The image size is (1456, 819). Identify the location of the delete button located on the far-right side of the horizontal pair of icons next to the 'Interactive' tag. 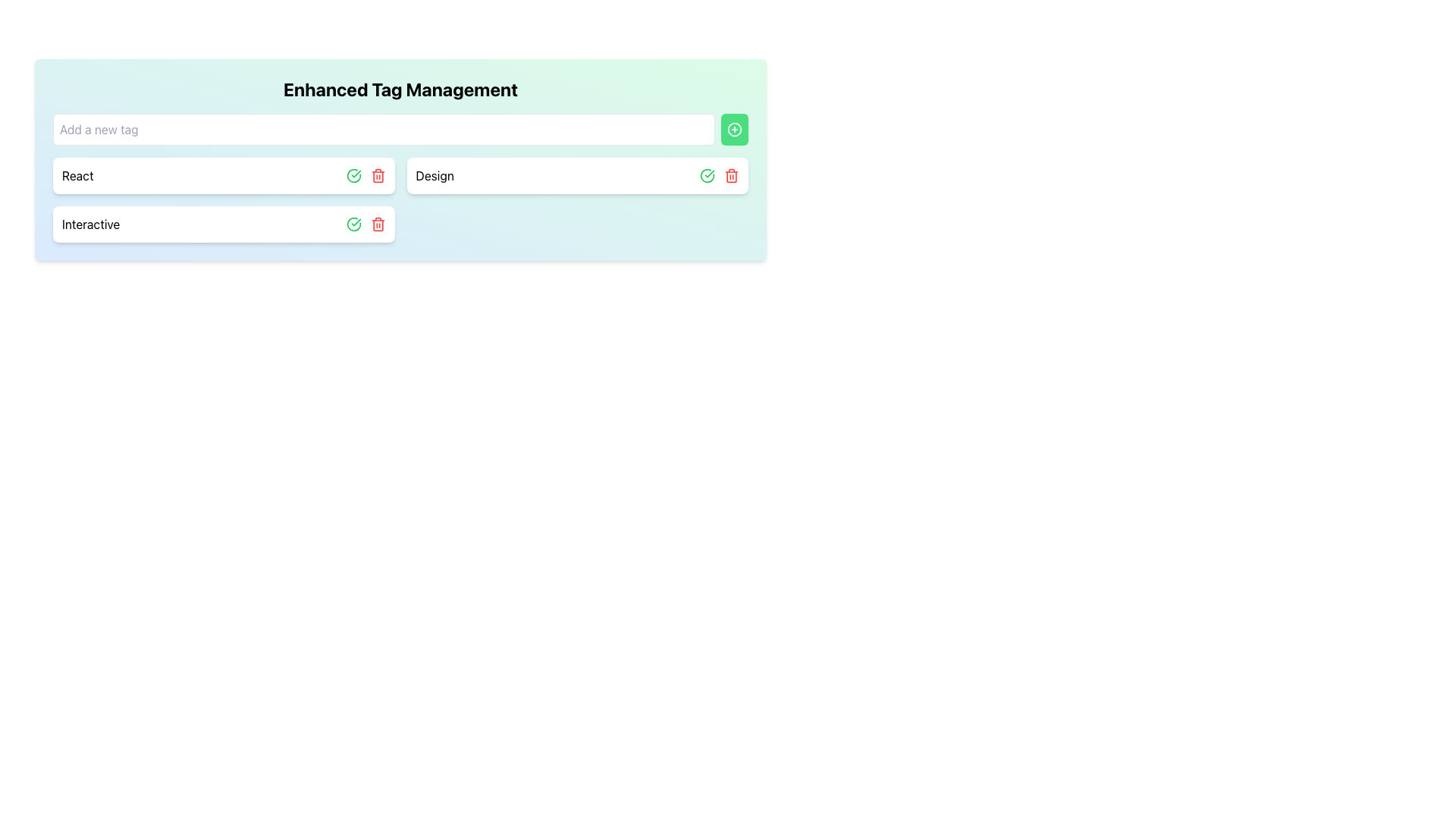
(378, 224).